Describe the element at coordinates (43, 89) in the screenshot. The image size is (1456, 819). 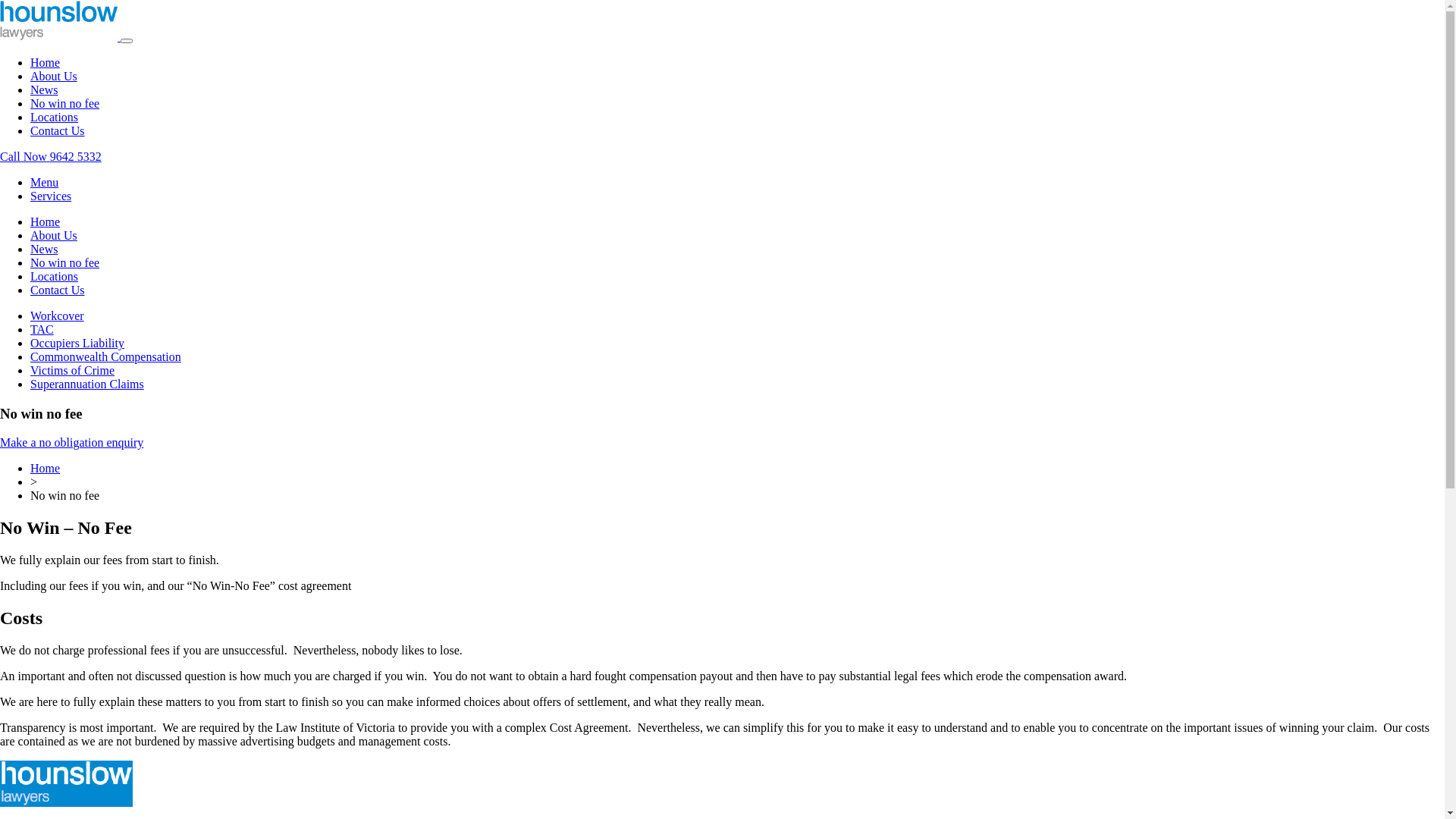
I see `'News'` at that location.